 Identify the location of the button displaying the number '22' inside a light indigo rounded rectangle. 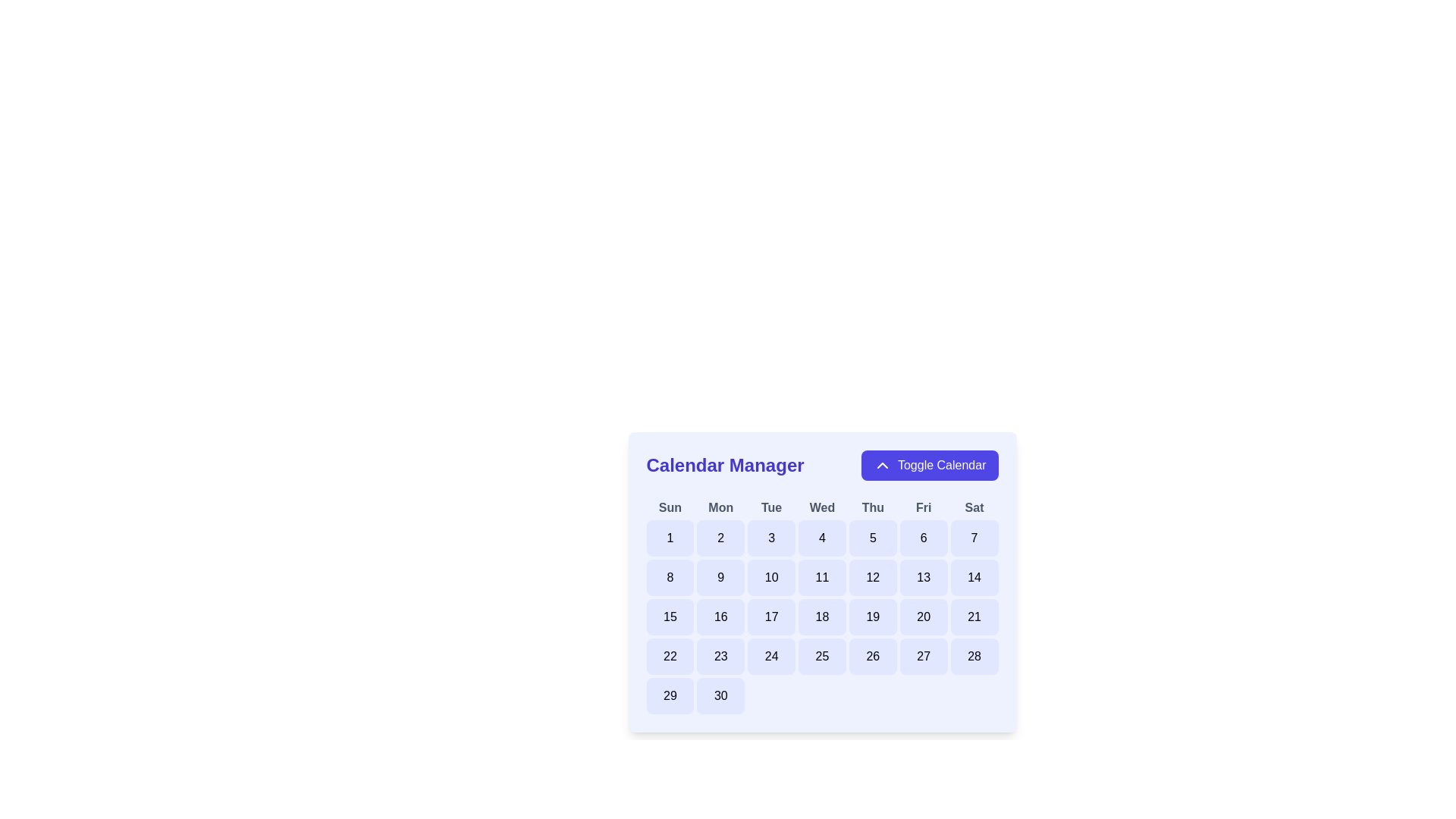
(669, 656).